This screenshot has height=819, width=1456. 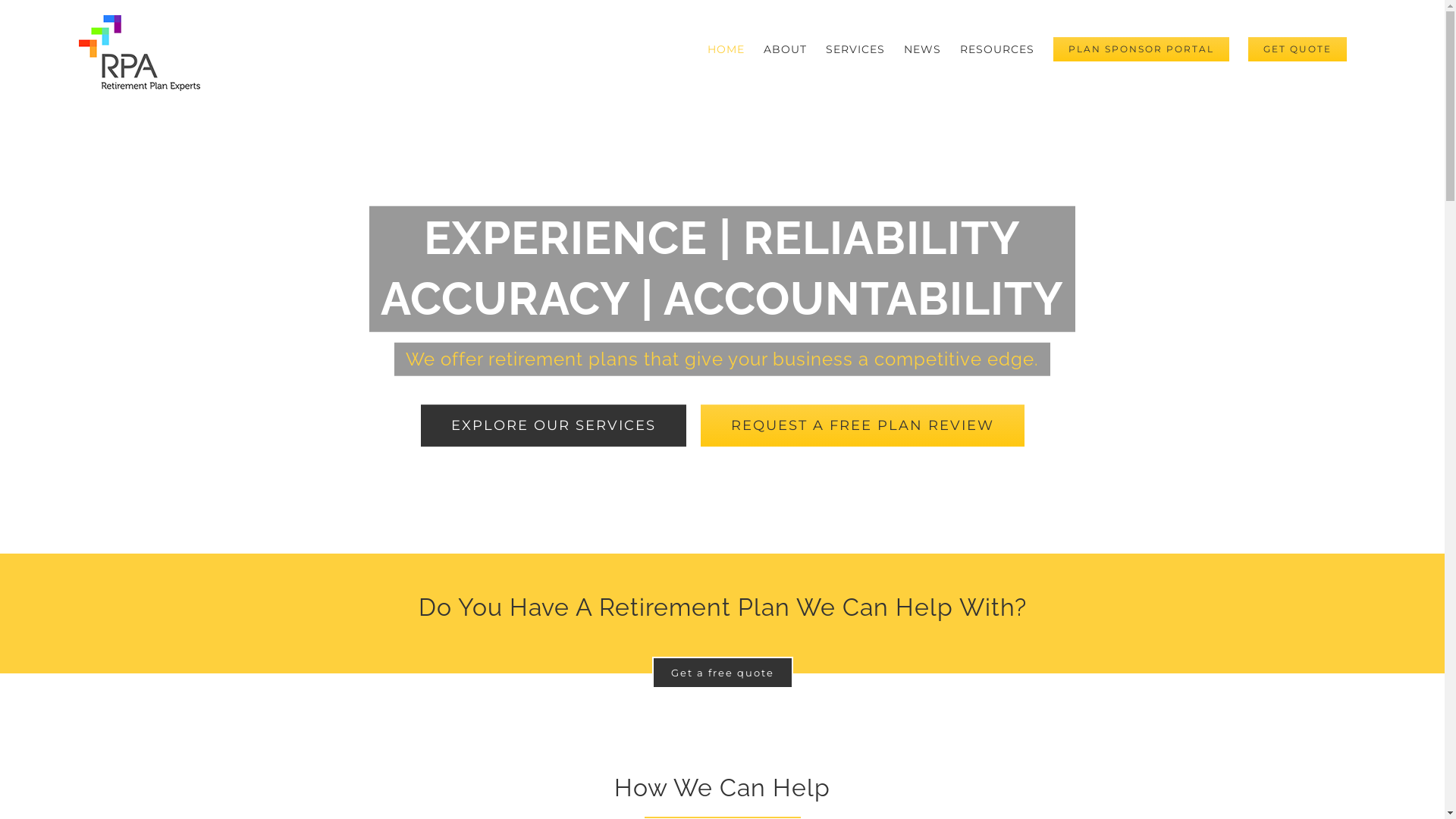 What do you see at coordinates (921, 49) in the screenshot?
I see `'NEWS'` at bounding box center [921, 49].